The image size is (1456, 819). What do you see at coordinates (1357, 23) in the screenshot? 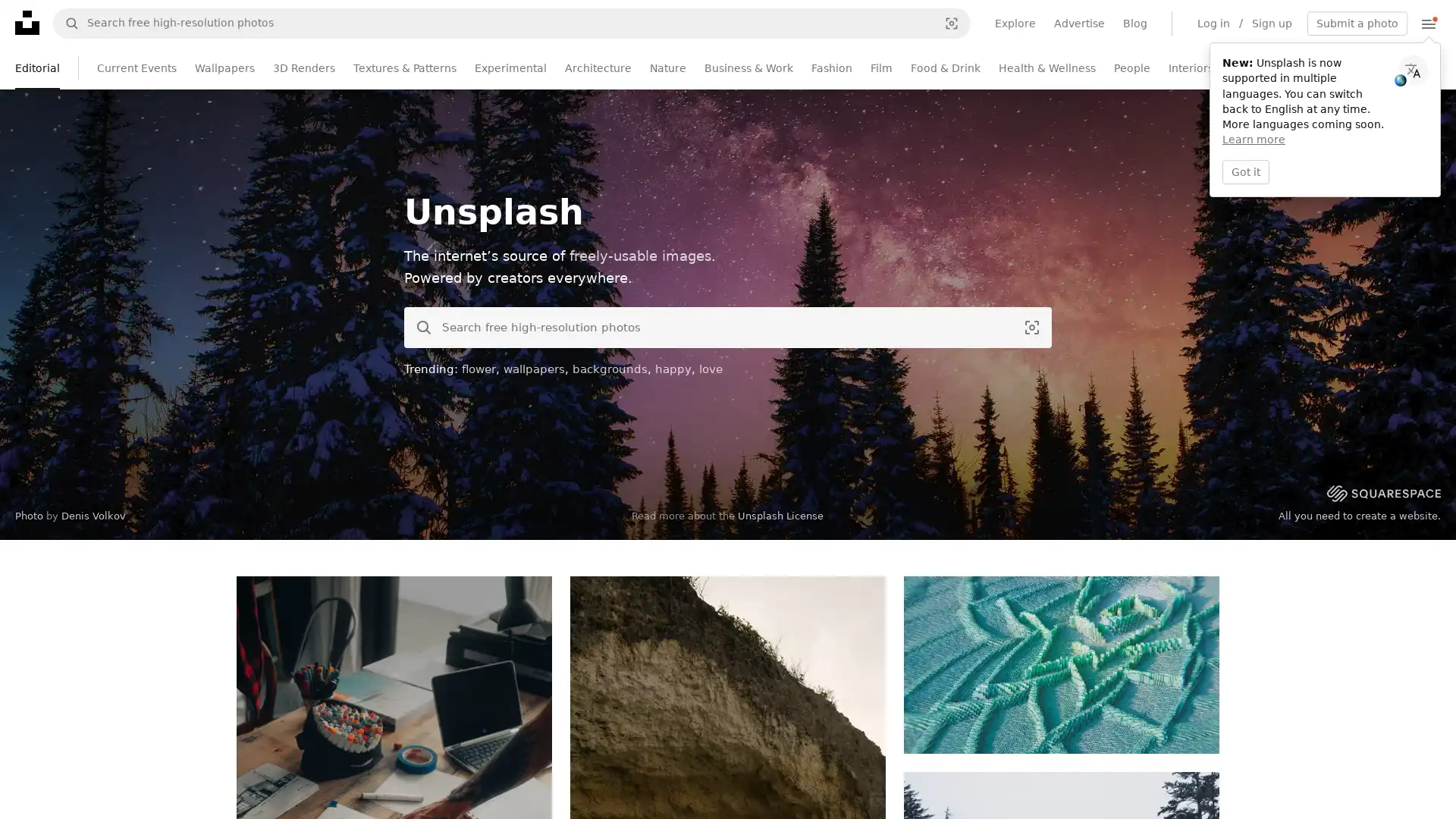
I see `Submita photo` at bounding box center [1357, 23].